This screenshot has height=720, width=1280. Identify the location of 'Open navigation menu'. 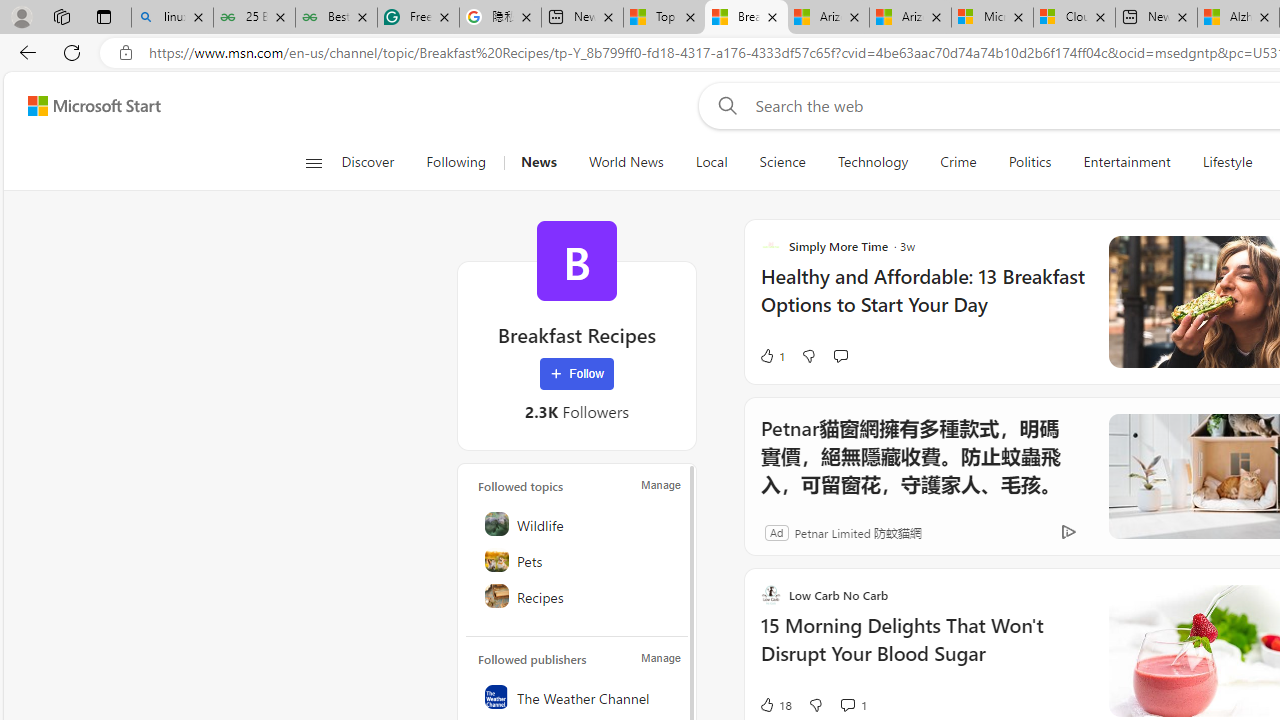
(312, 162).